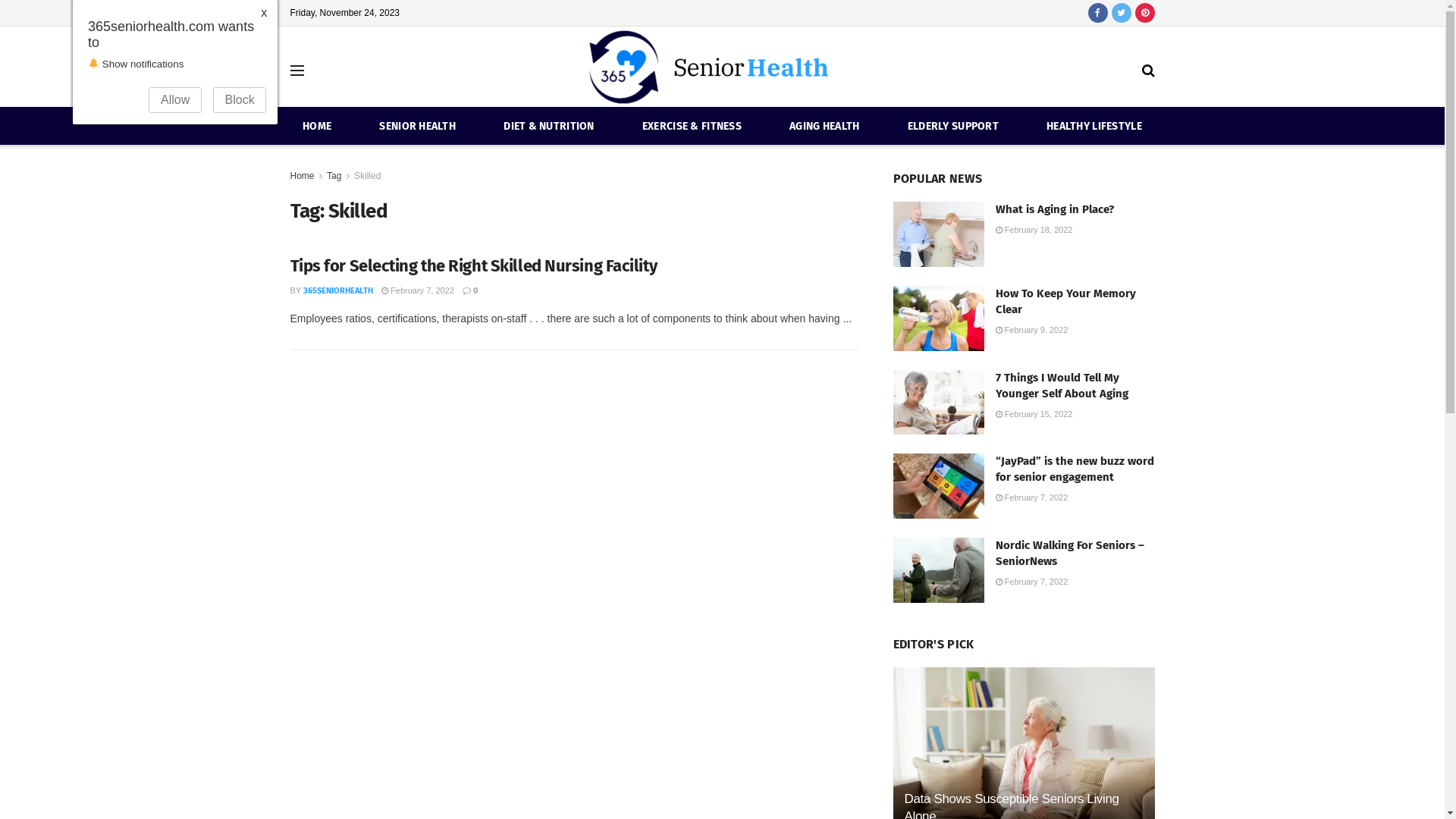 The width and height of the screenshot is (1456, 819). Describe the element at coordinates (303, 290) in the screenshot. I see `'365SENIORHEALTH'` at that location.